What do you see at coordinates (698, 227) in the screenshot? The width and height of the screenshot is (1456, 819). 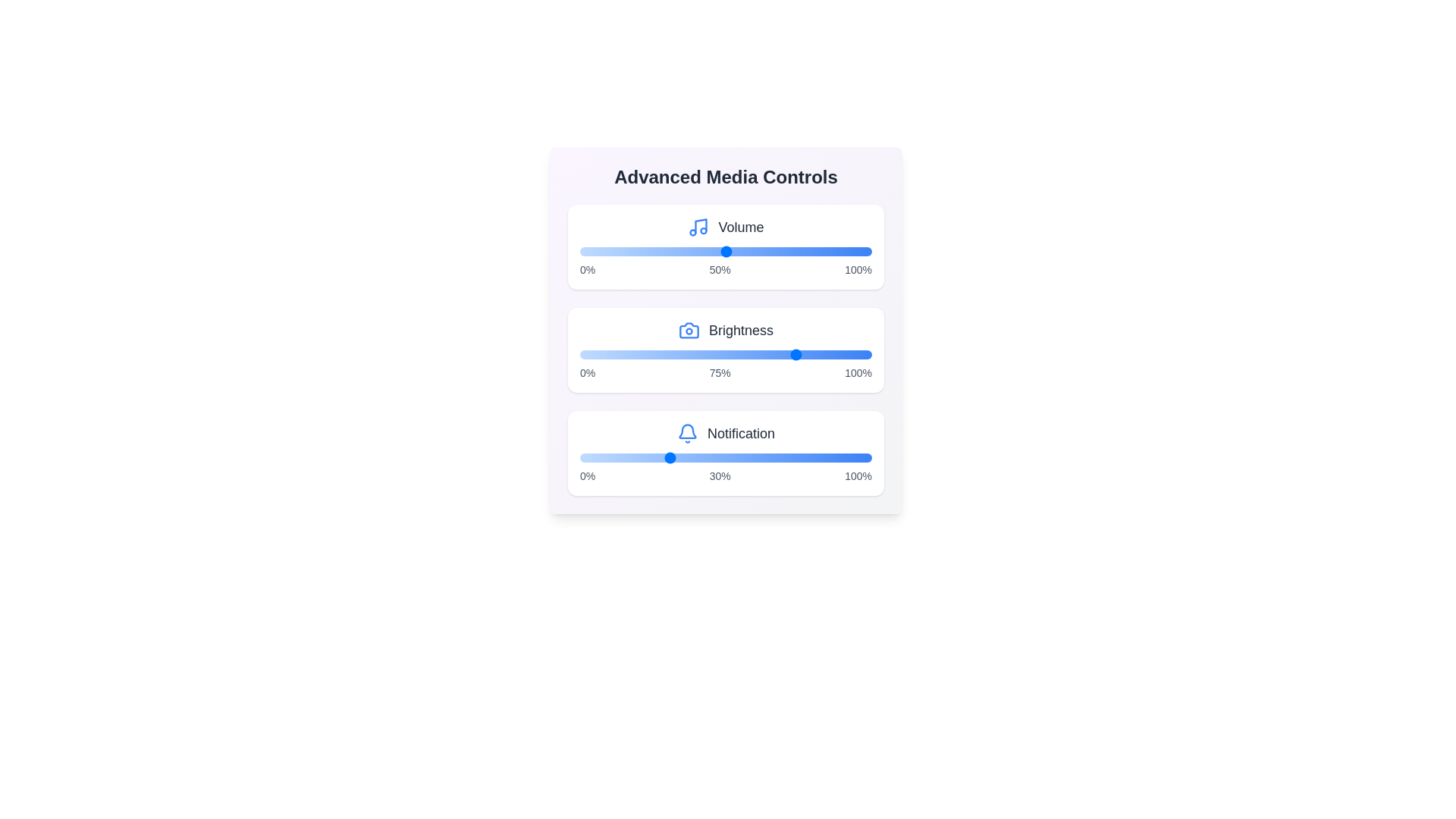 I see `the Volume icon to appreciate its aesthetic` at bounding box center [698, 227].